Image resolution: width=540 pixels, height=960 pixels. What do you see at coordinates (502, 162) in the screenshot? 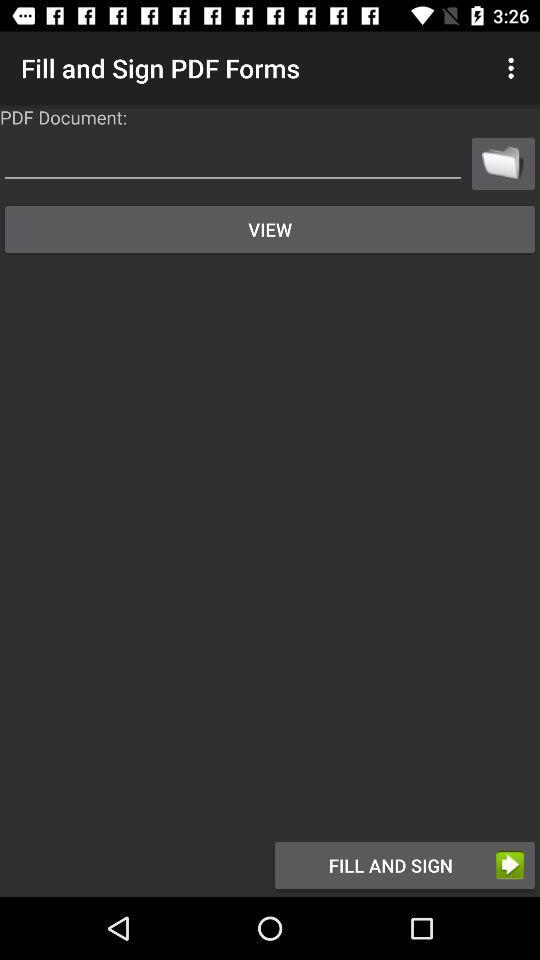
I see `the folder icon` at bounding box center [502, 162].